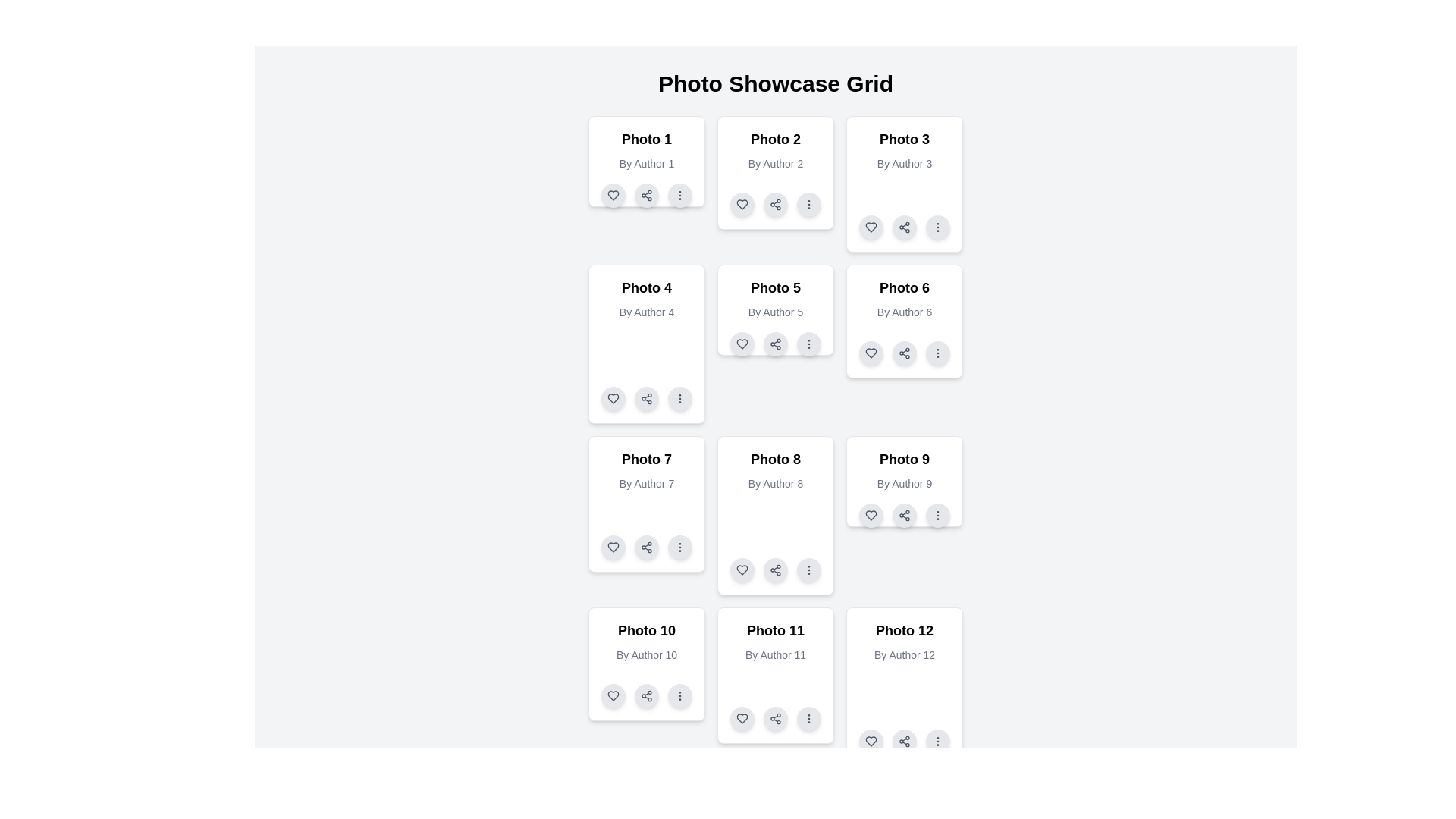 This screenshot has width=1456, height=819. I want to click on the Text label that provides attribution information for the displayed photo, located below the title 'Photo 4' and above the control icons in the card layout, so click(647, 312).